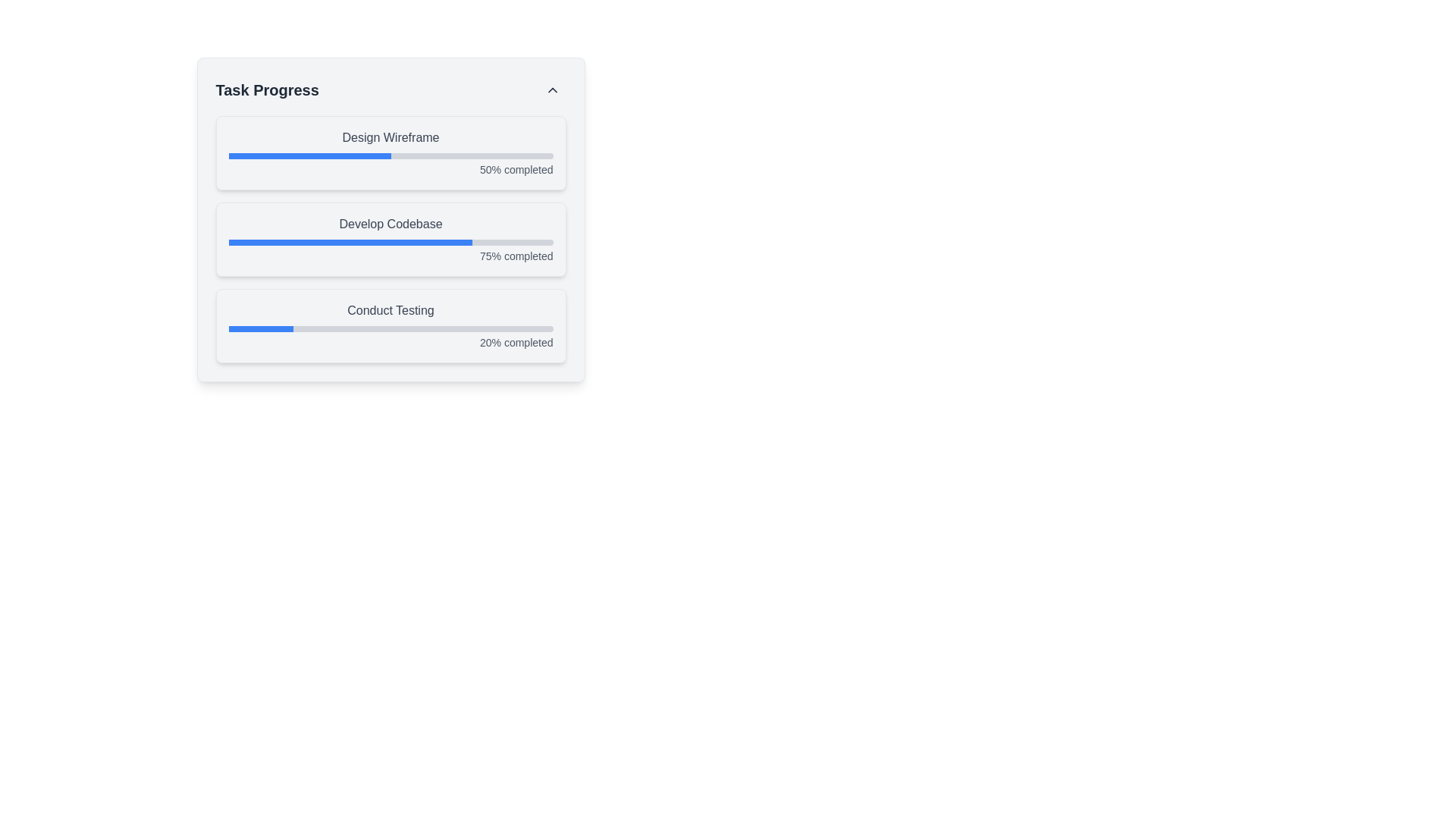 This screenshot has width=1456, height=819. Describe the element at coordinates (391, 239) in the screenshot. I see `the middle progress bar in the vertically stacked list under 'Task Progress', which represents 75% completion and is located between 'Design Wireframe' and 'Conduct Testing'` at that location.